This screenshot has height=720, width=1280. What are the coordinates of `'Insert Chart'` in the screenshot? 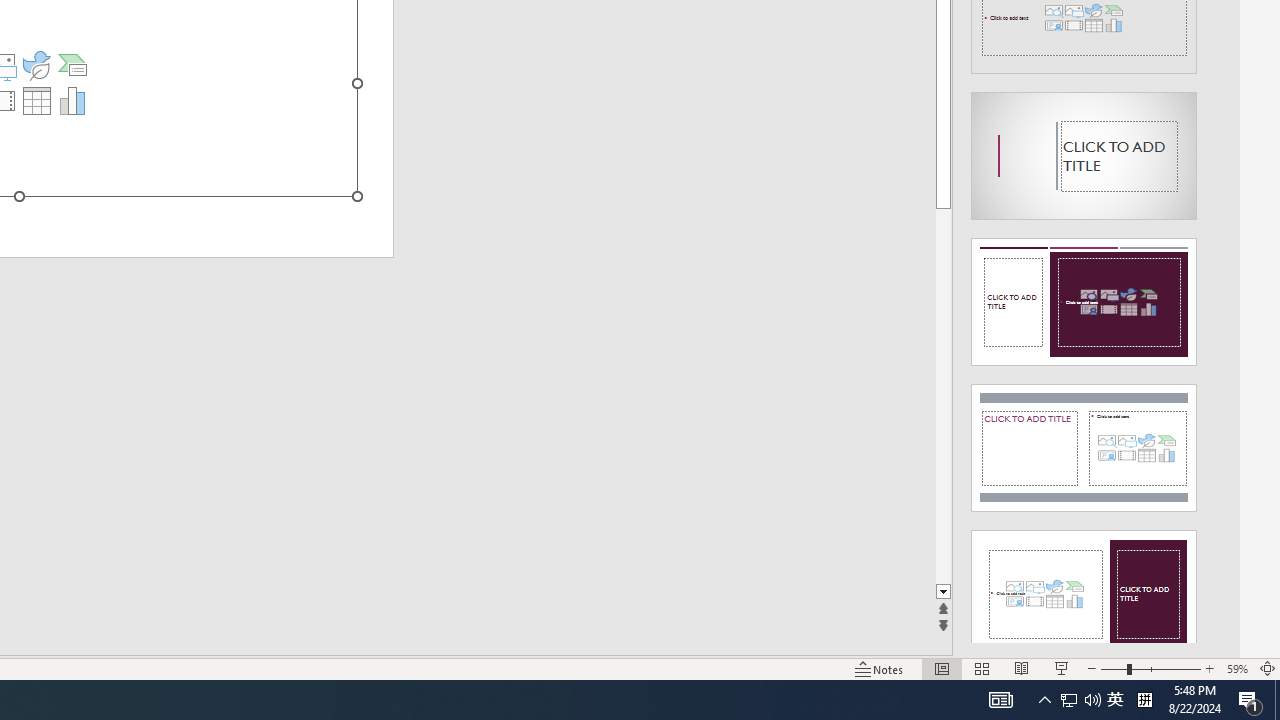 It's located at (73, 100).